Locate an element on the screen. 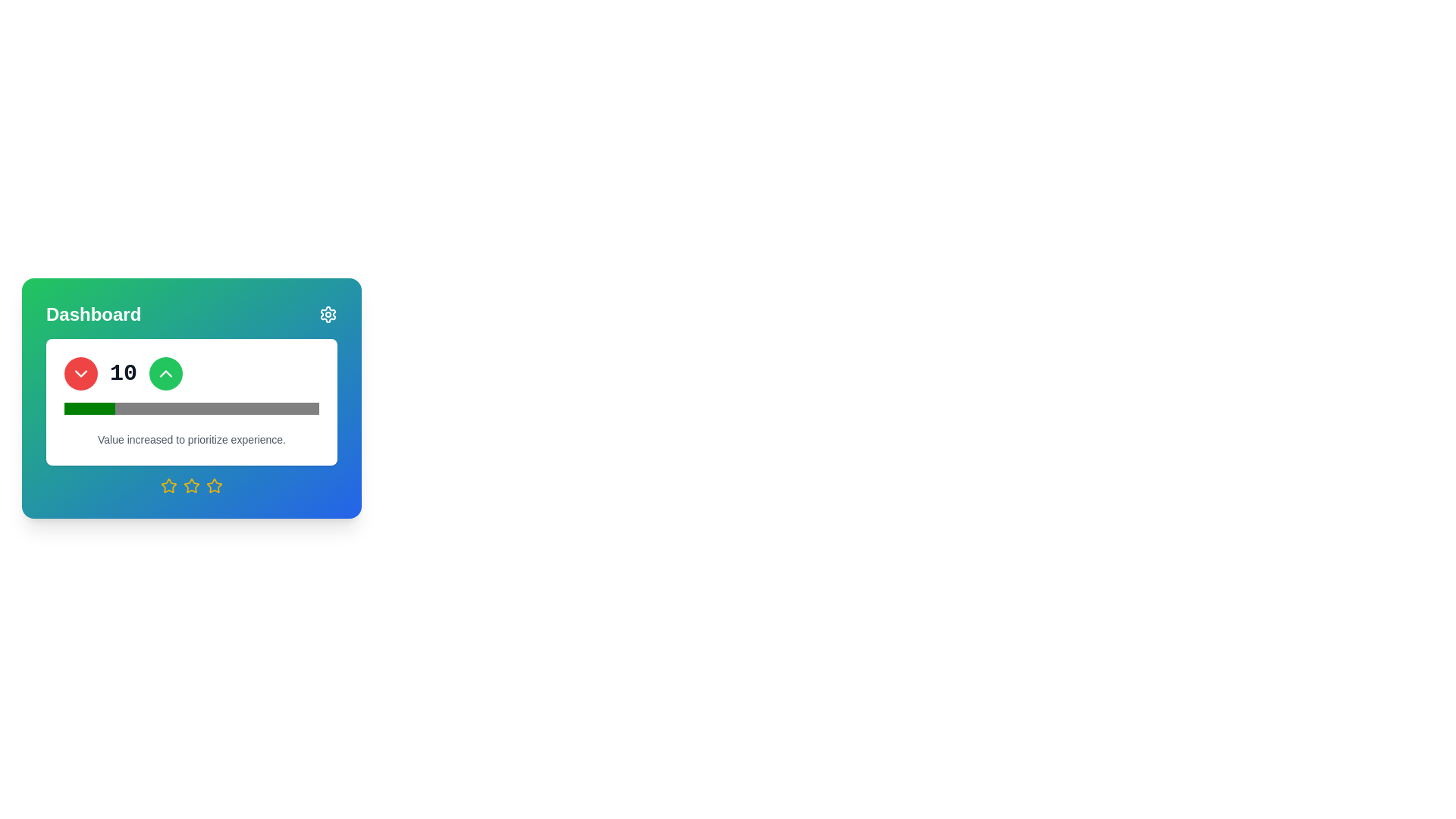 The image size is (1456, 819). the yellow outlined star icon, which is the second star from the left in a row of five star icons is located at coordinates (168, 485).